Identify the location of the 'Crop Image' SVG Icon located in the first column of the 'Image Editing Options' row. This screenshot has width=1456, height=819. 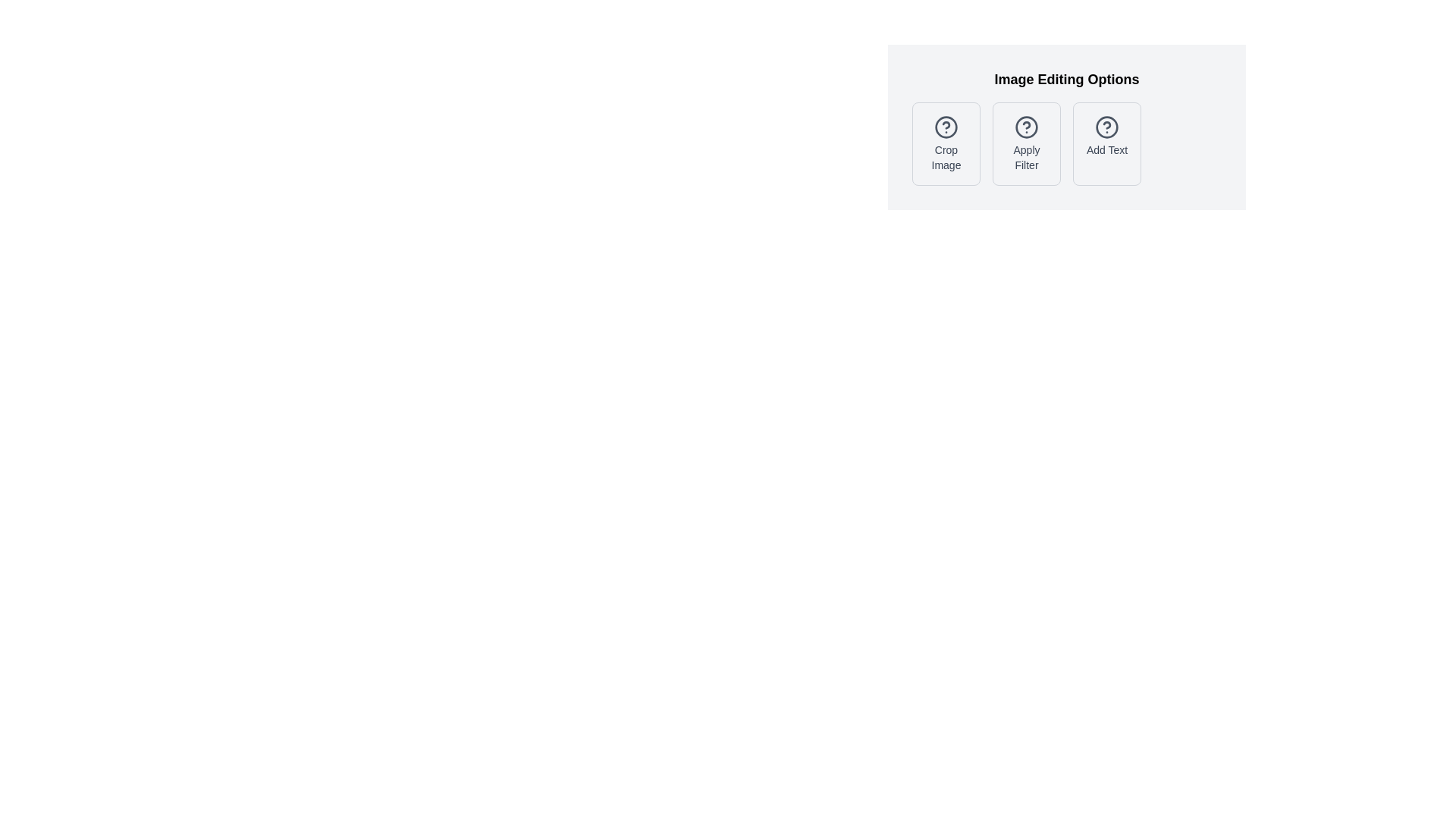
(946, 127).